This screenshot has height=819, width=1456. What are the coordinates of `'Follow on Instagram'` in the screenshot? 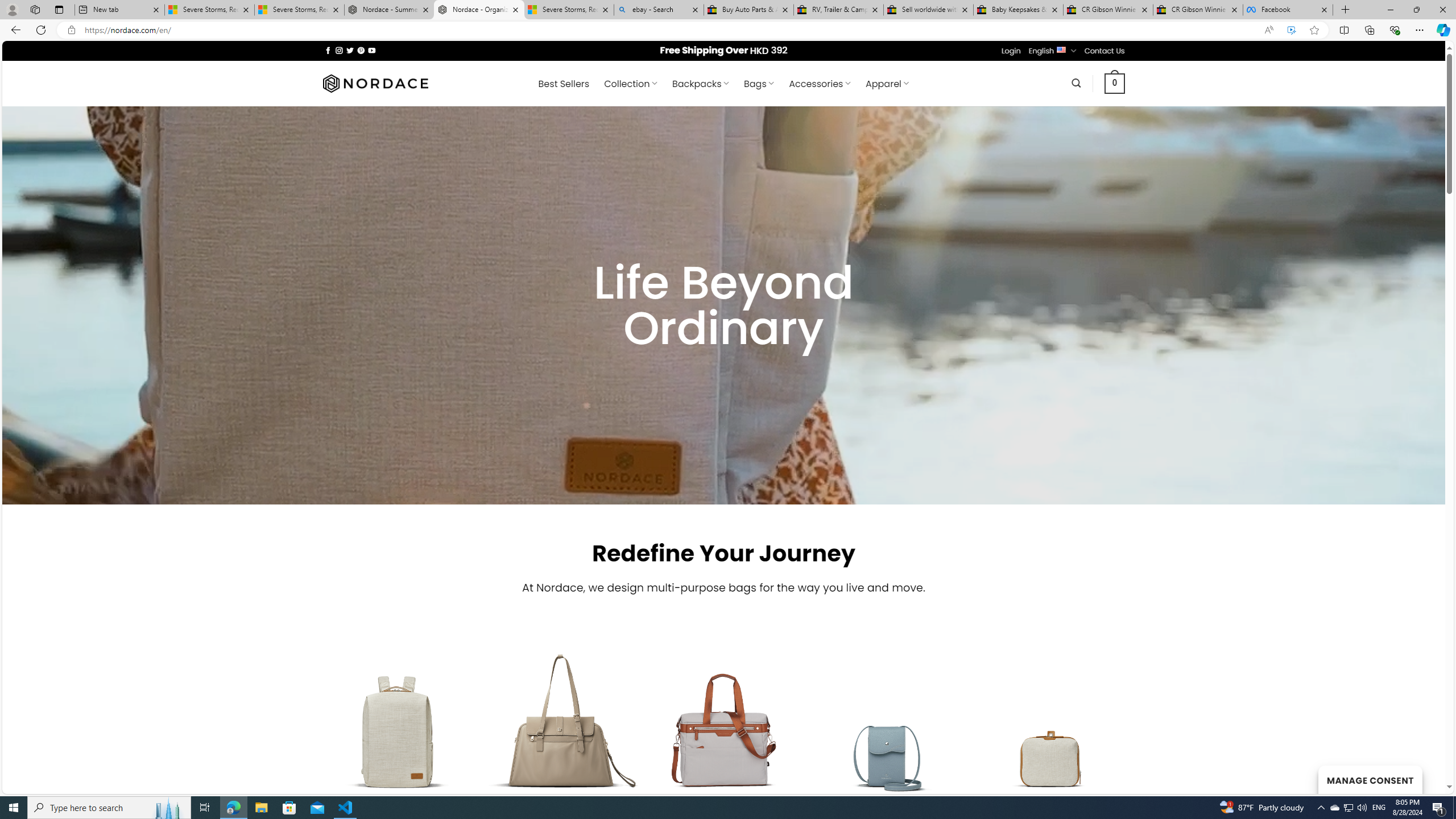 It's located at (338, 50).